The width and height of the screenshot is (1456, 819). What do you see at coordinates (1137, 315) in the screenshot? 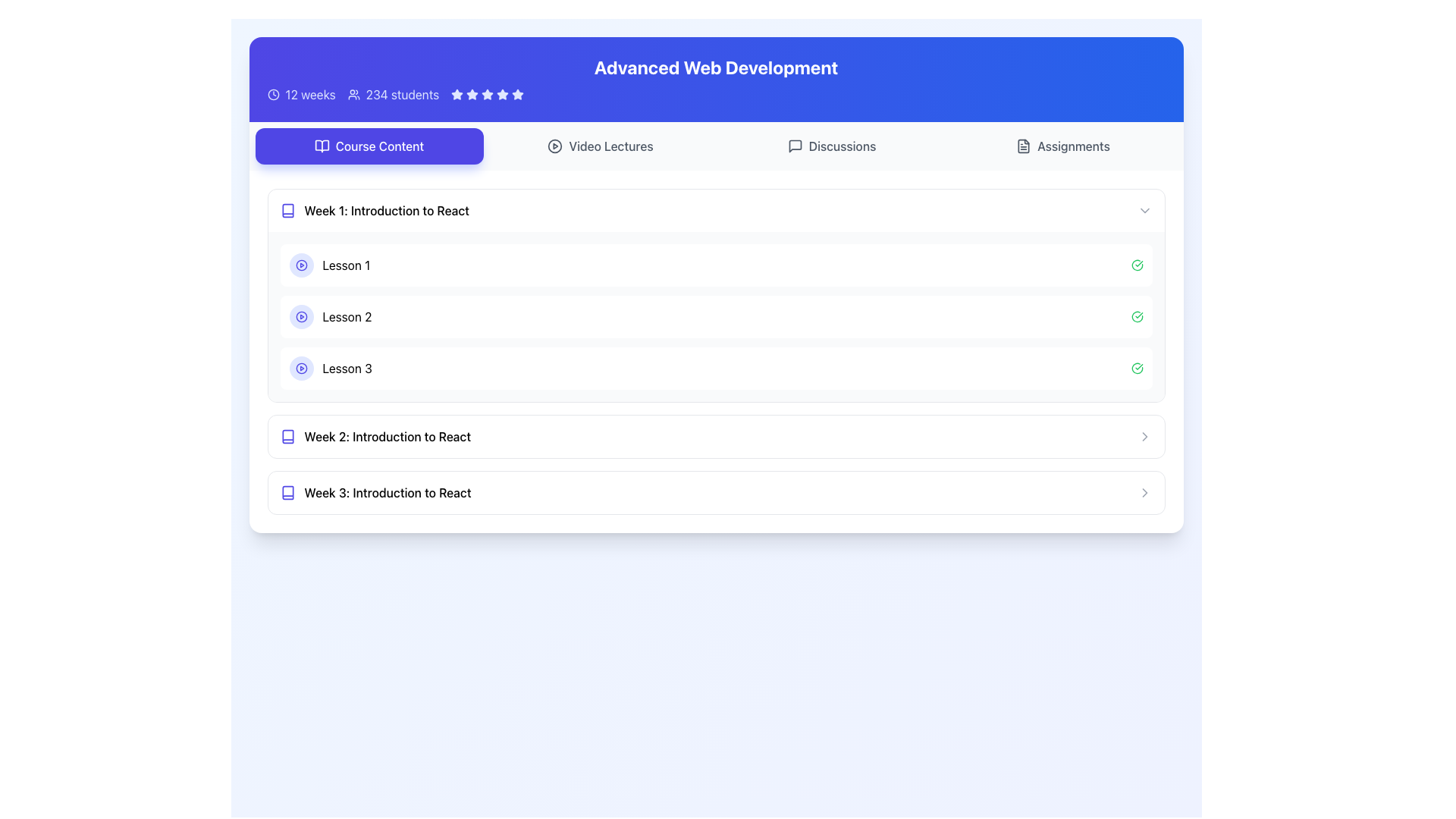
I see `the green circular checkmark icon located at the far-right side of the row labeled 'Lesson 2' in the 'Week 1: Introduction to React' section` at bounding box center [1137, 315].